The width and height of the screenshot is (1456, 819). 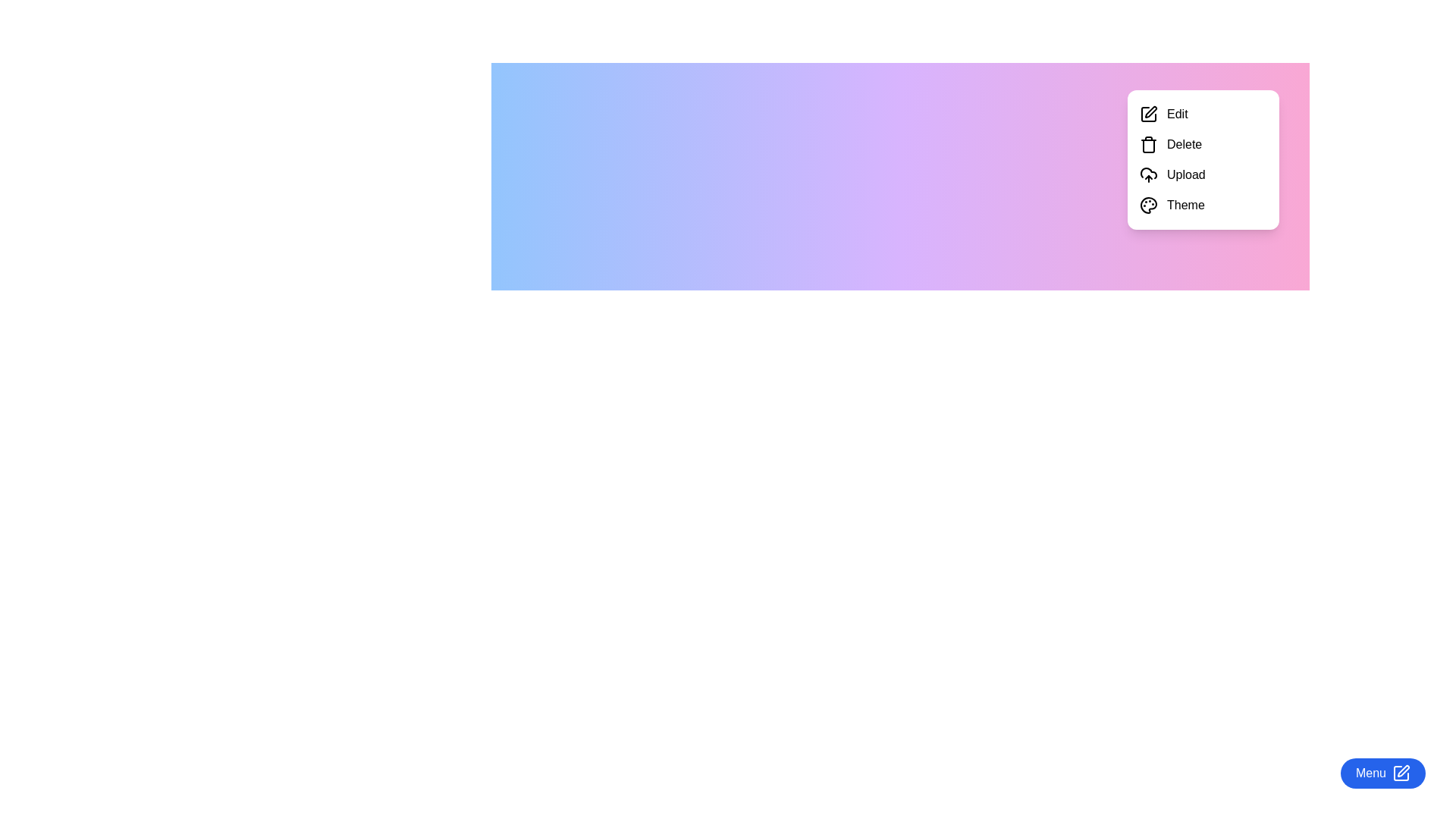 I want to click on the Theme menu option, so click(x=1203, y=205).